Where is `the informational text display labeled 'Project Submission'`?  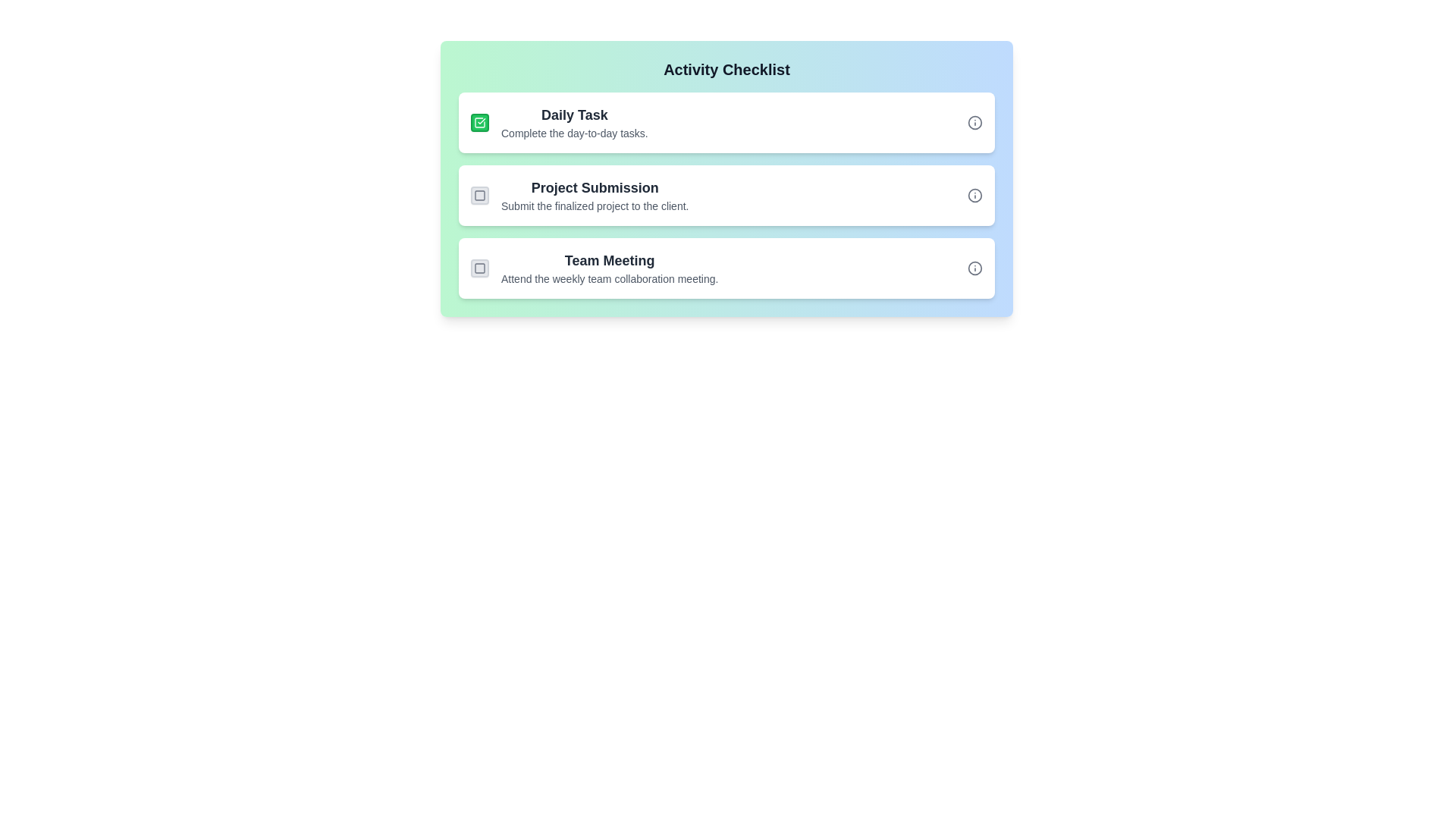
the informational text display labeled 'Project Submission' is located at coordinates (594, 195).